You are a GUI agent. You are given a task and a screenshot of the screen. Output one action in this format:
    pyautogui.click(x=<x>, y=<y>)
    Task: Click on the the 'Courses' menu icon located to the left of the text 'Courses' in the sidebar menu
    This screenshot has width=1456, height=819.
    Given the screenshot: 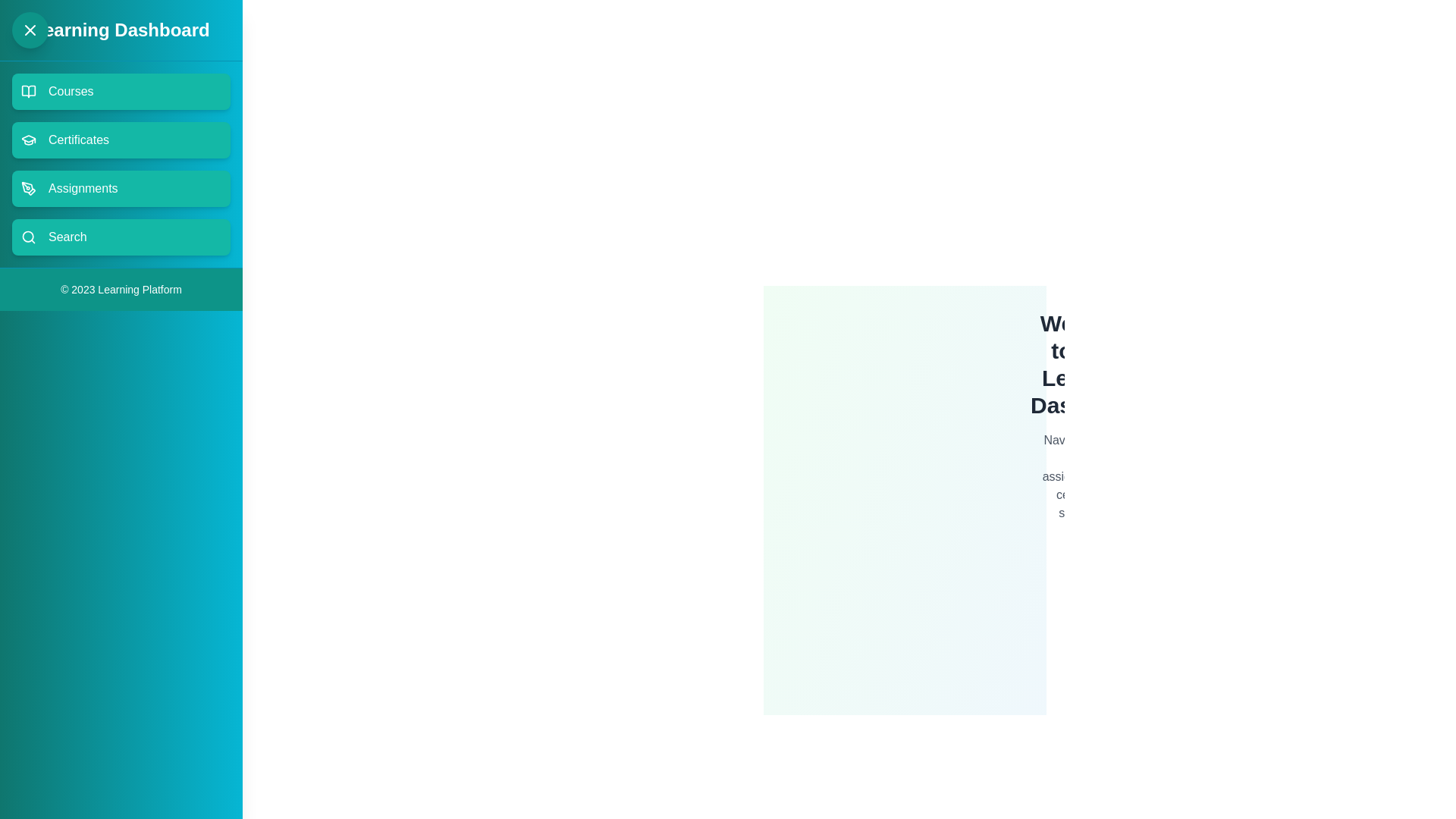 What is the action you would take?
    pyautogui.click(x=29, y=91)
    